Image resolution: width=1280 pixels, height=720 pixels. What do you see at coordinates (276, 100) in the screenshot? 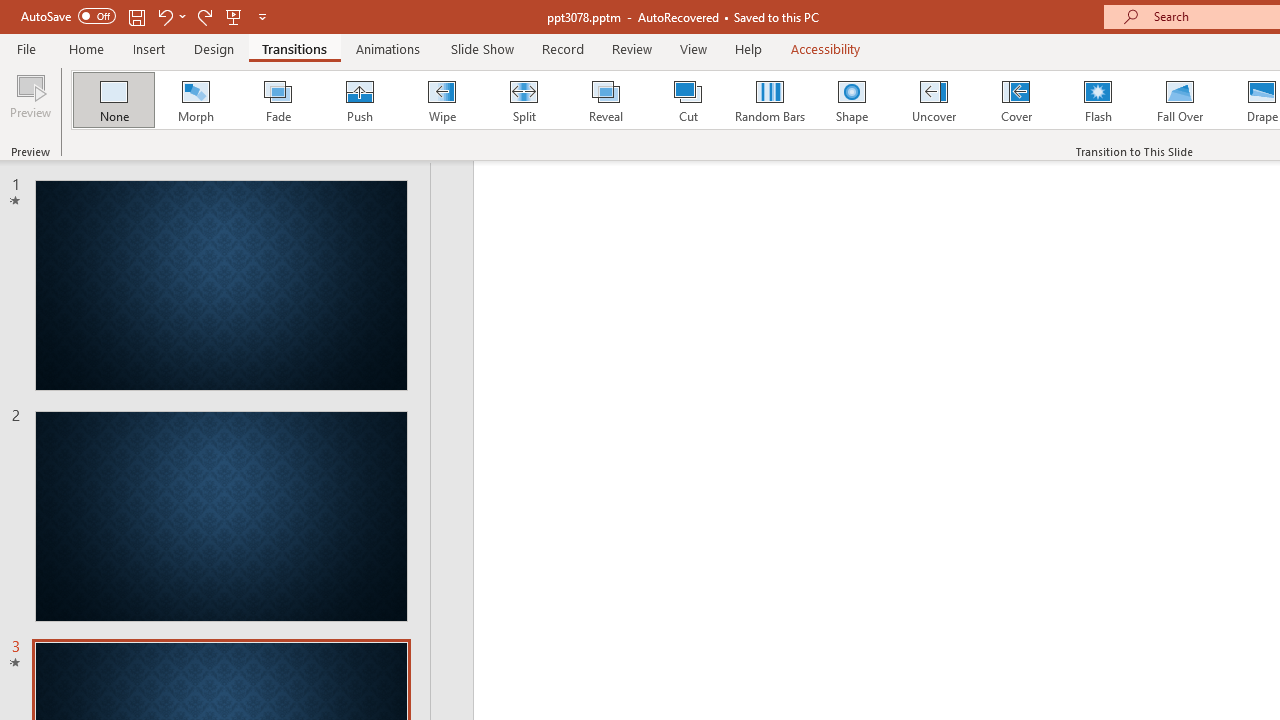
I see `'Fade'` at bounding box center [276, 100].